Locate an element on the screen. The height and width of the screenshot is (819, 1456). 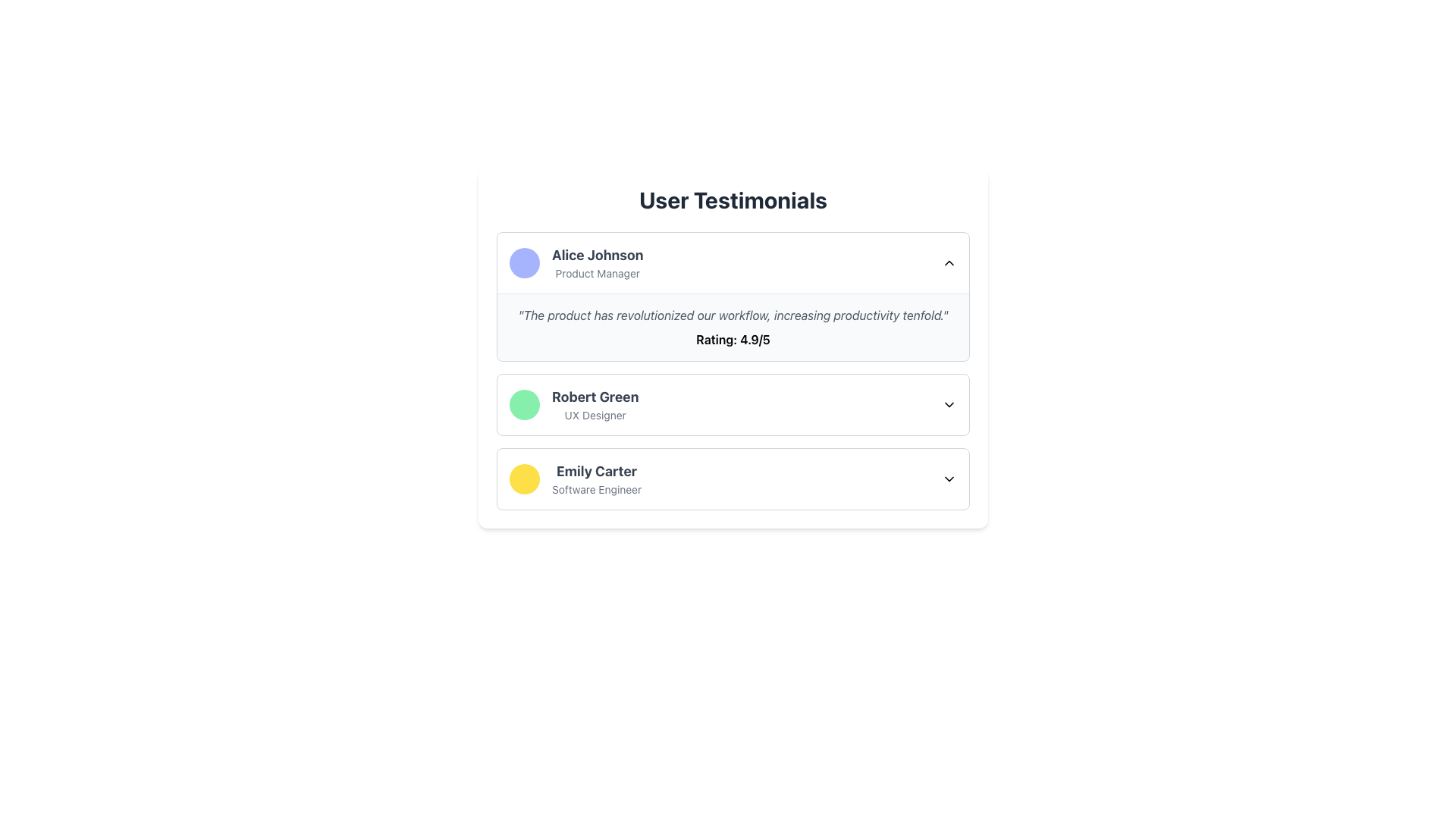
the circular avatar with a light indigo background located at the top-left corner of the testimonial card for 'Alice Johnson' is located at coordinates (524, 262).